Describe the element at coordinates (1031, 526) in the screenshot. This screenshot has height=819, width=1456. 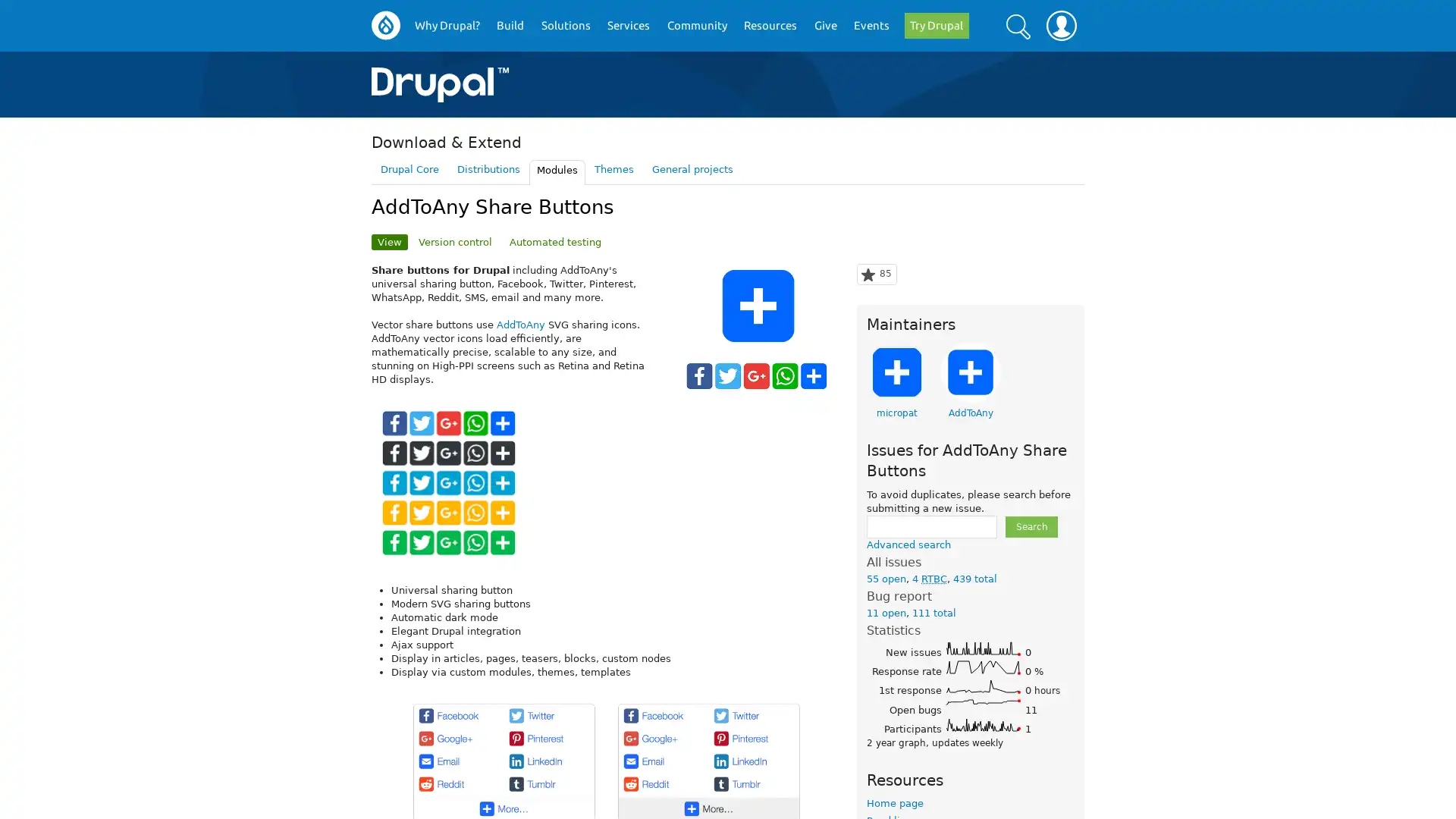
I see `Search` at that location.